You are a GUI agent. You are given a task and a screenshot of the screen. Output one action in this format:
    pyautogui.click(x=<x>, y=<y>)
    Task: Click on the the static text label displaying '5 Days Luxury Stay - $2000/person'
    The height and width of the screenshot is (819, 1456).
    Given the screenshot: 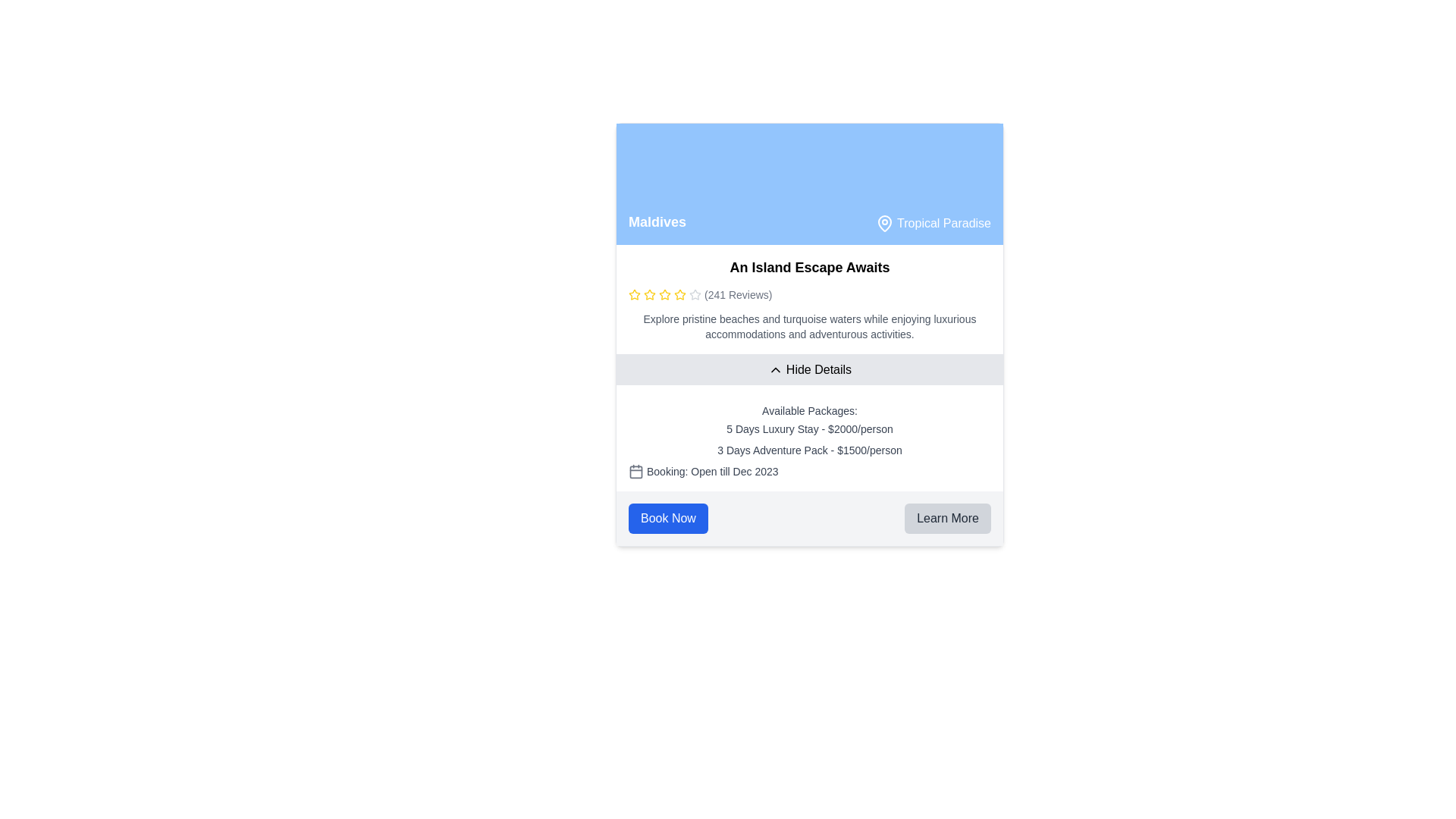 What is the action you would take?
    pyautogui.click(x=809, y=429)
    